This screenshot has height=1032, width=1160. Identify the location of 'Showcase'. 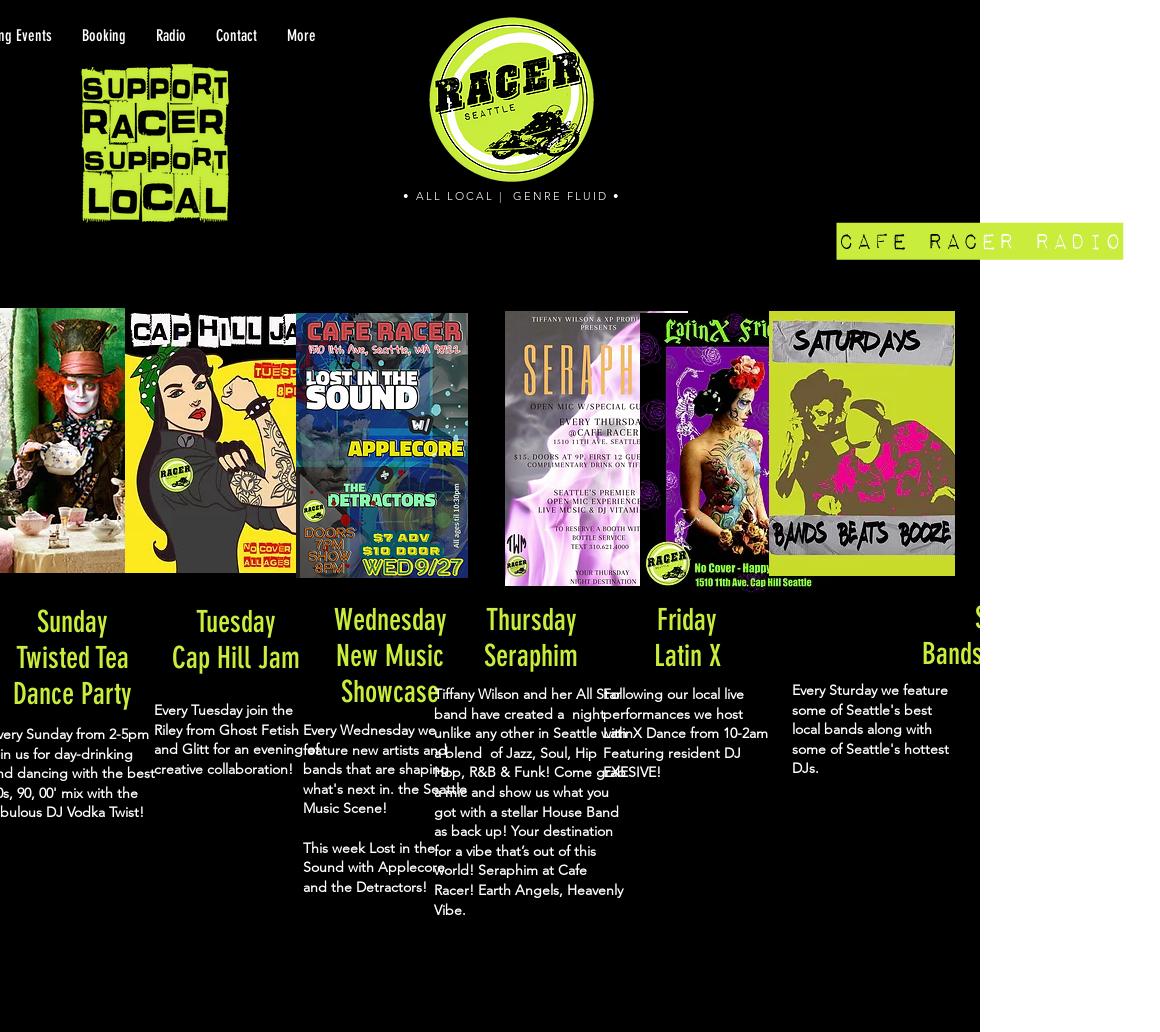
(388, 690).